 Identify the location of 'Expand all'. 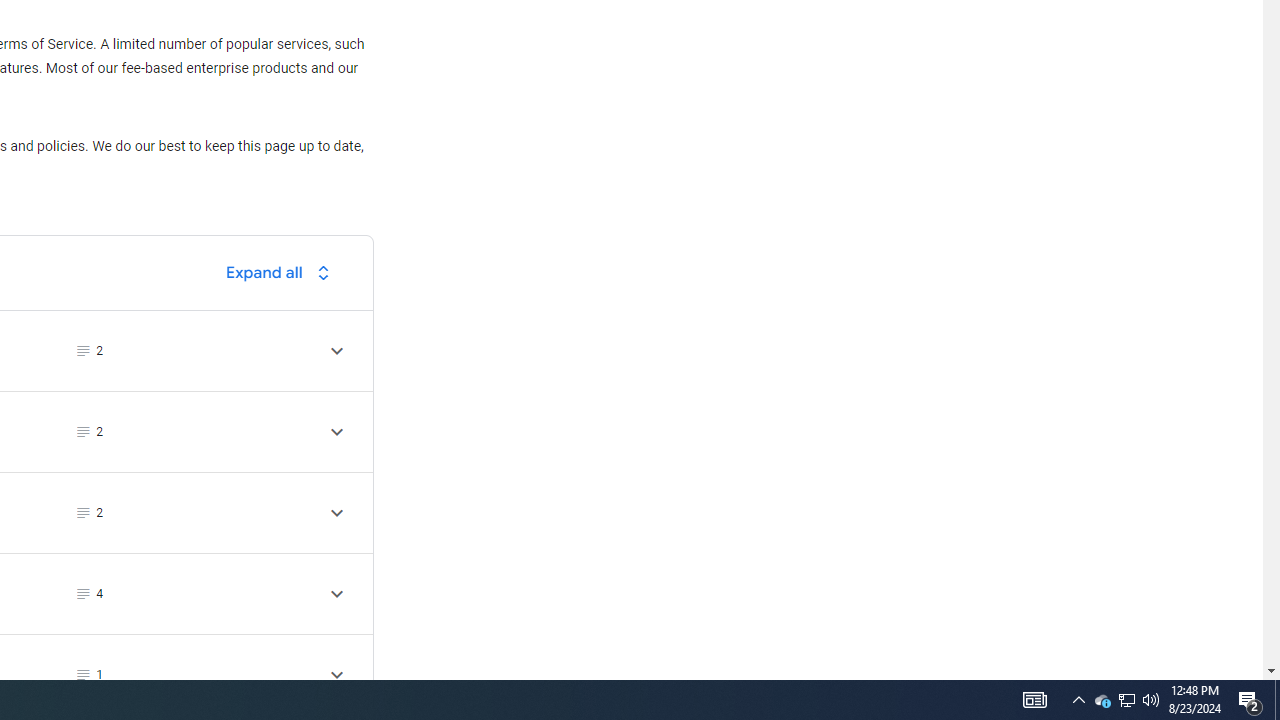
(282, 272).